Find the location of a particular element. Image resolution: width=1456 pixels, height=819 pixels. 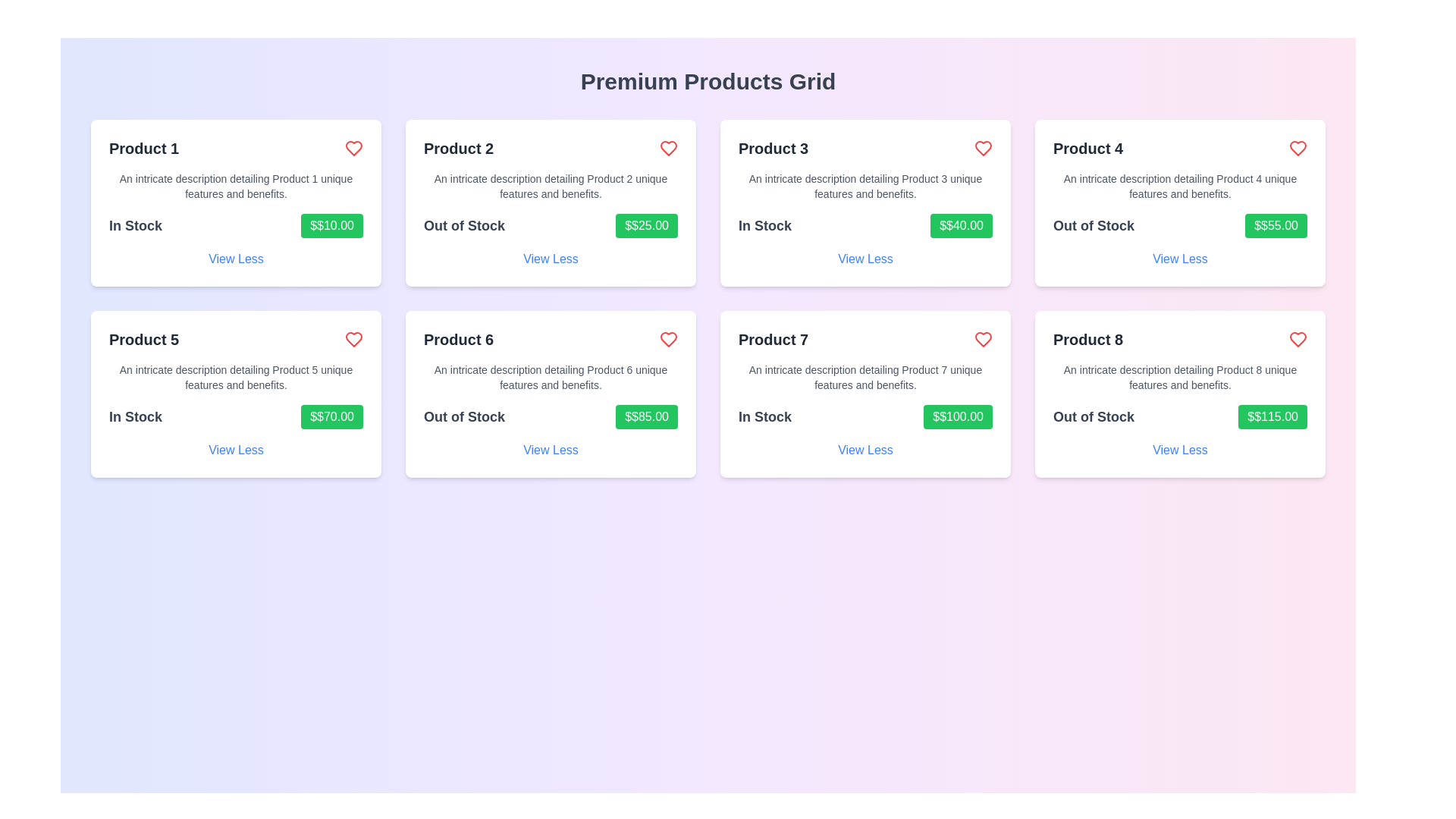

the 'In Stock' label, which is styled with a bold font and gray color, located in the 'Product 7' section next to the price tag '$100.00' is located at coordinates (764, 417).